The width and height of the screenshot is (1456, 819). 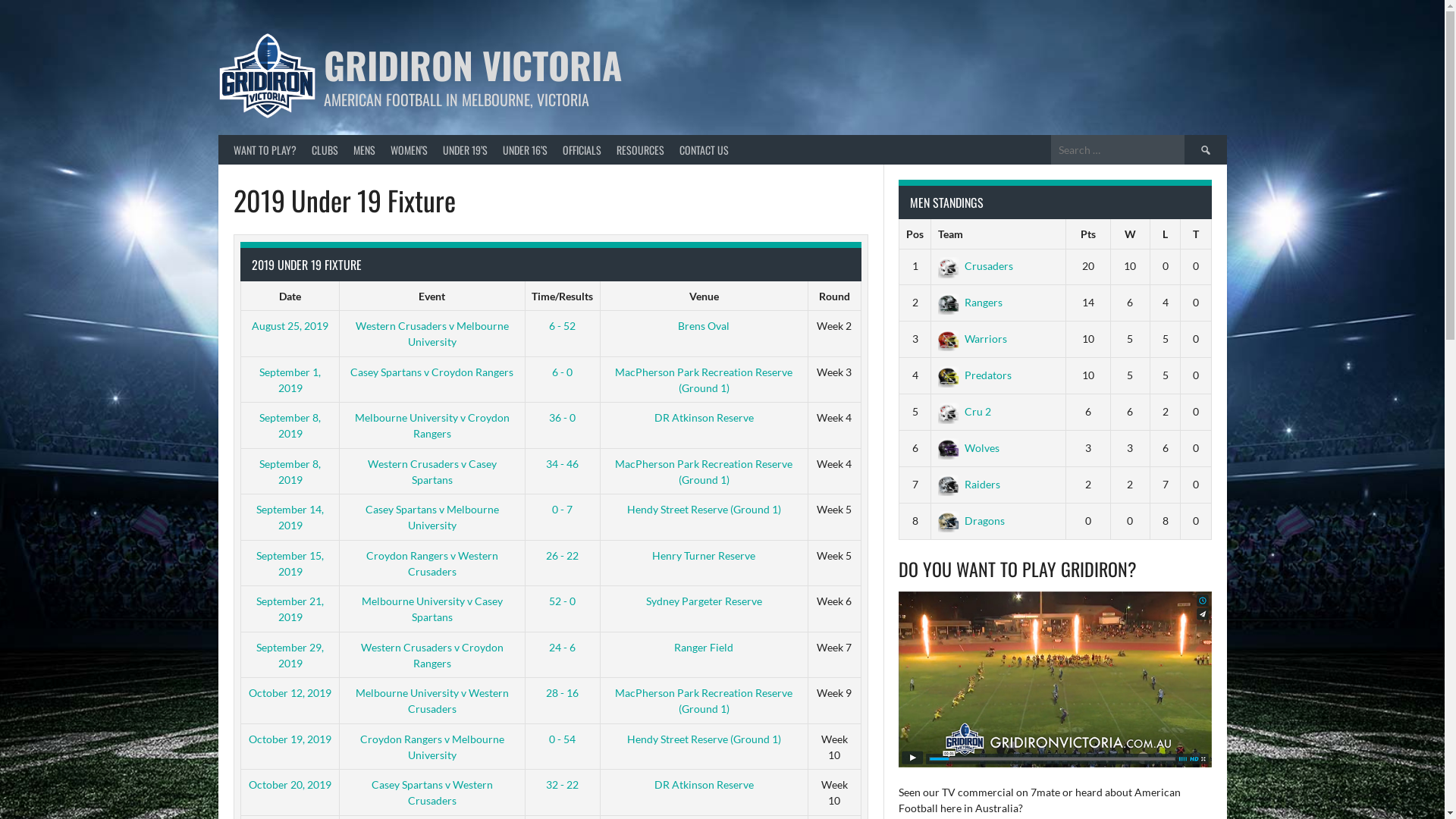 What do you see at coordinates (431, 332) in the screenshot?
I see `'Western Crusaders v Melbourne University'` at bounding box center [431, 332].